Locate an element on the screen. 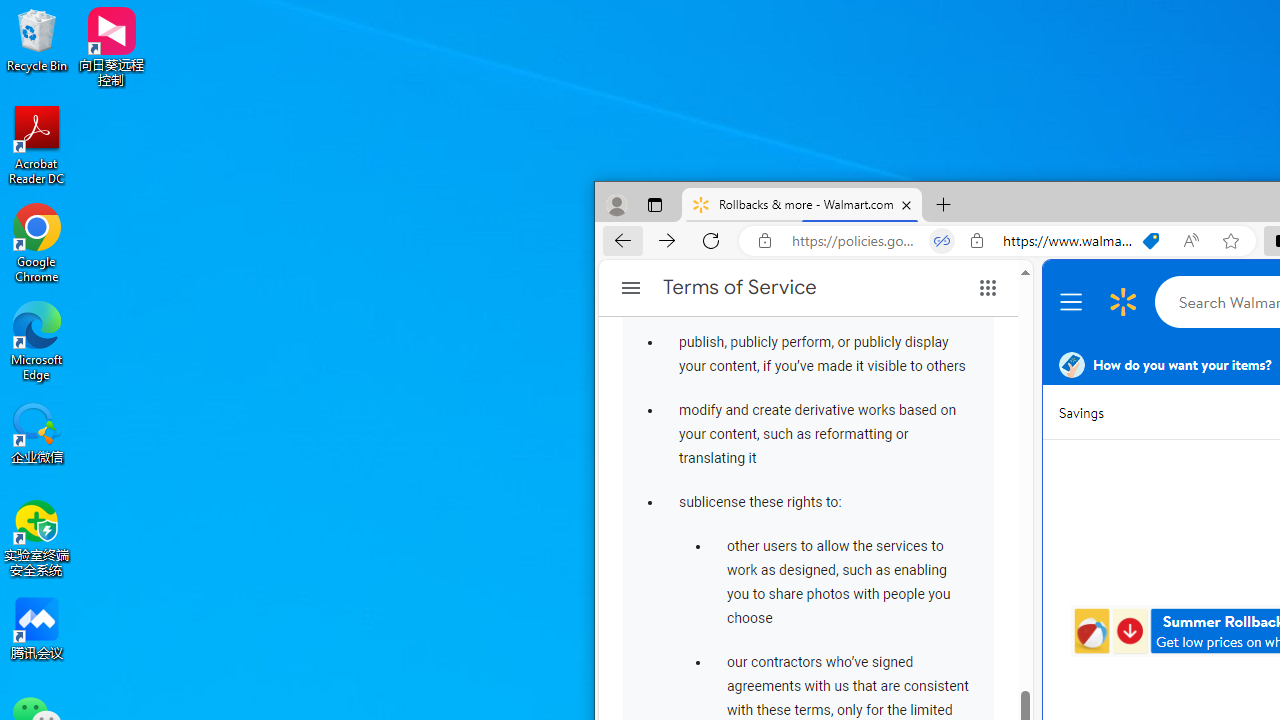 This screenshot has width=1280, height=720. 'Microsoft Edge' is located at coordinates (37, 340).